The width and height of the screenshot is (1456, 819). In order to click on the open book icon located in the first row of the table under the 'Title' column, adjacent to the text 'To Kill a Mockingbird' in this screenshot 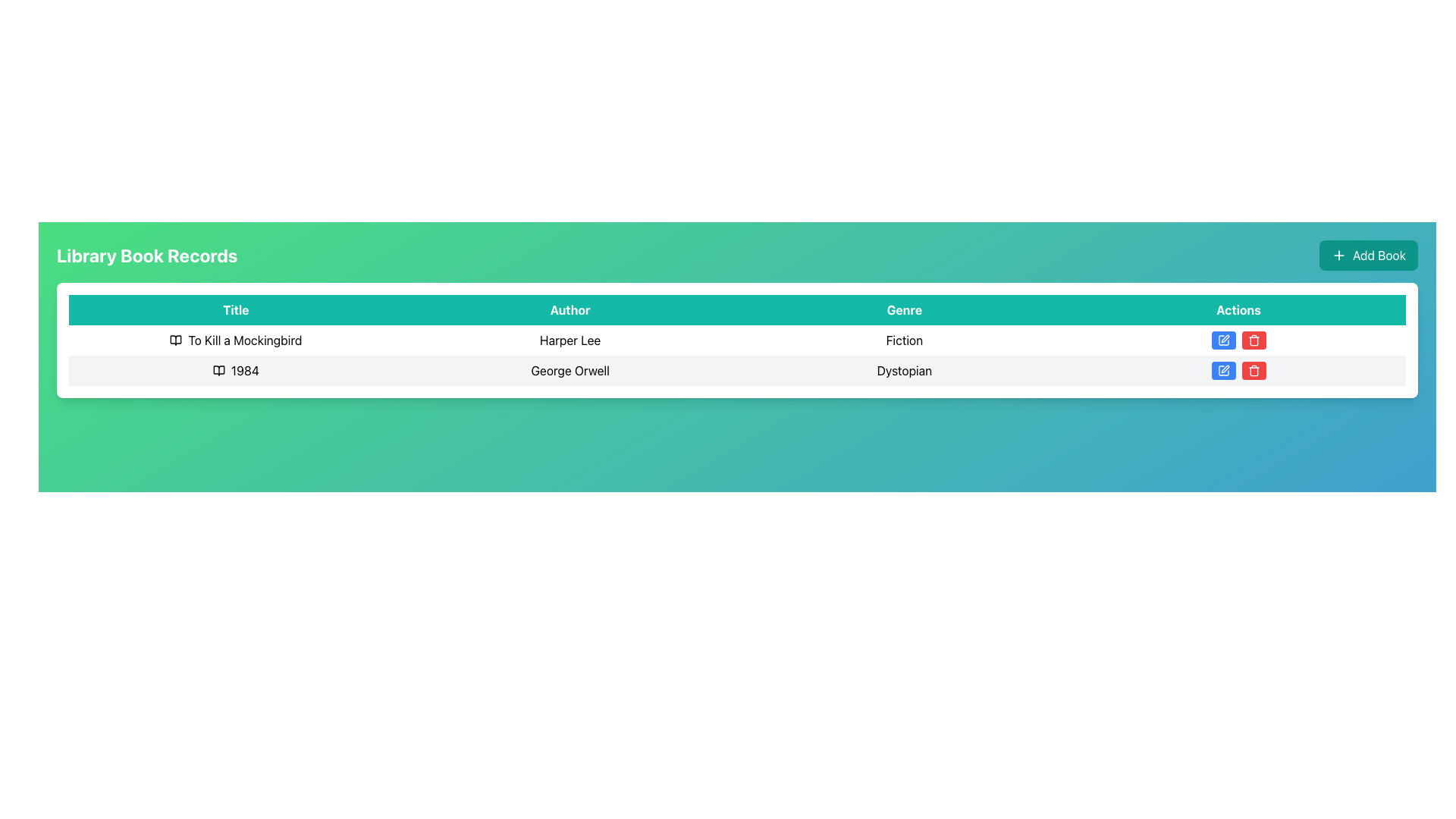, I will do `click(176, 339)`.